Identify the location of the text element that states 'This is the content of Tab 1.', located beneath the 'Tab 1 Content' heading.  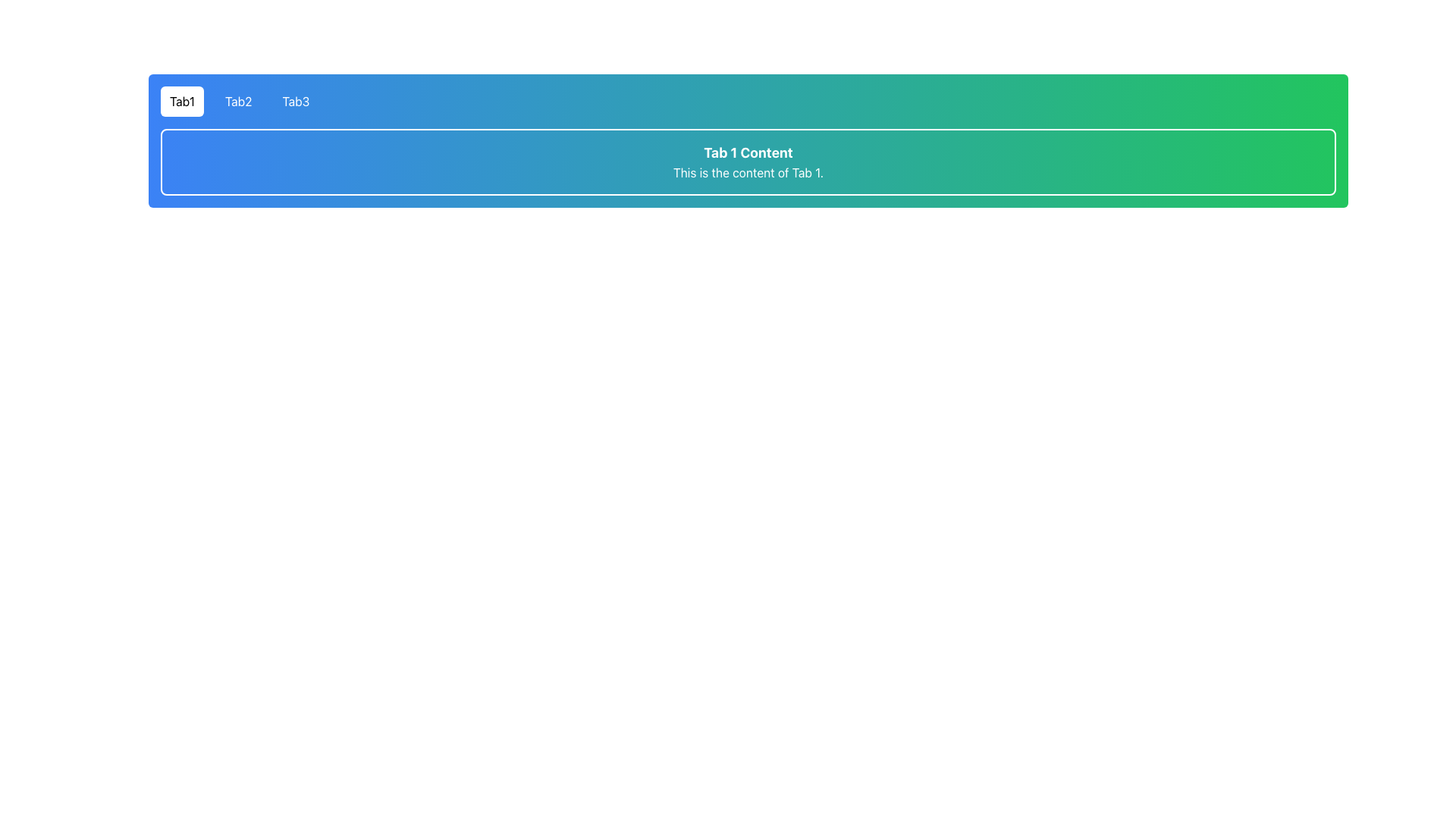
(748, 171).